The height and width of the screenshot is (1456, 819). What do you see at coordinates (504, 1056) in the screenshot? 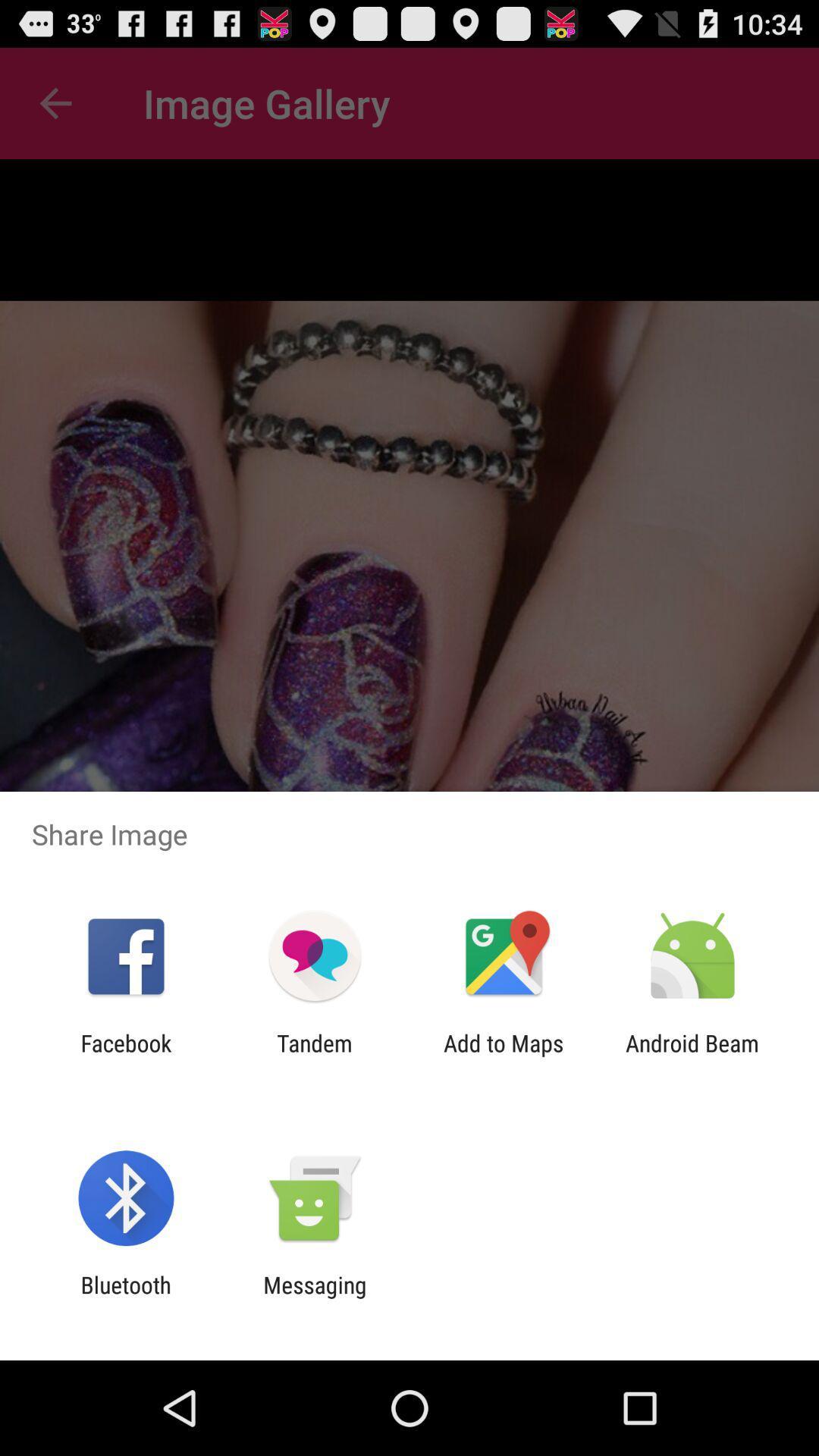
I see `the app to the right of tandem app` at bounding box center [504, 1056].